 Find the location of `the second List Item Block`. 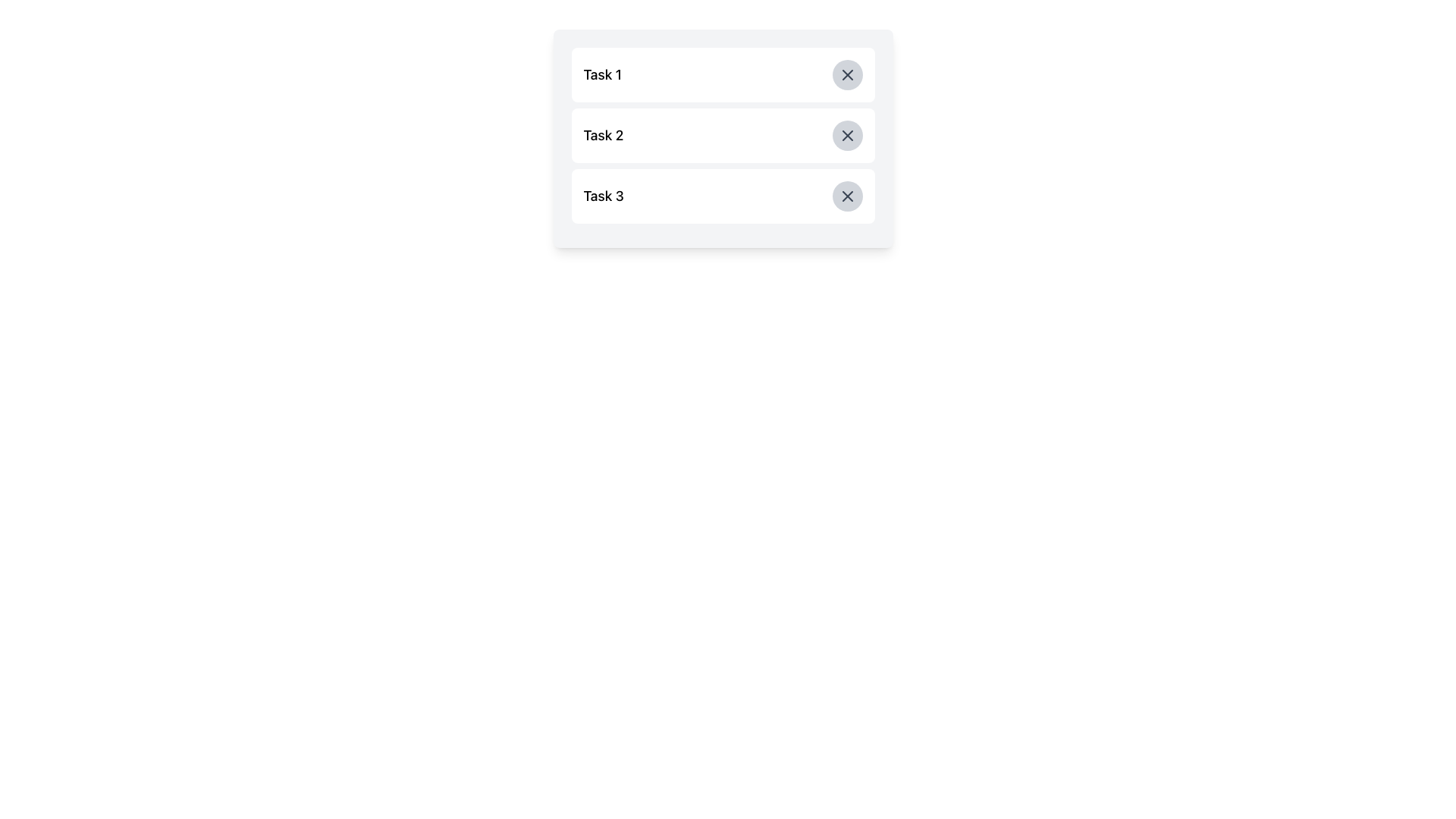

the second List Item Block is located at coordinates (722, 134).